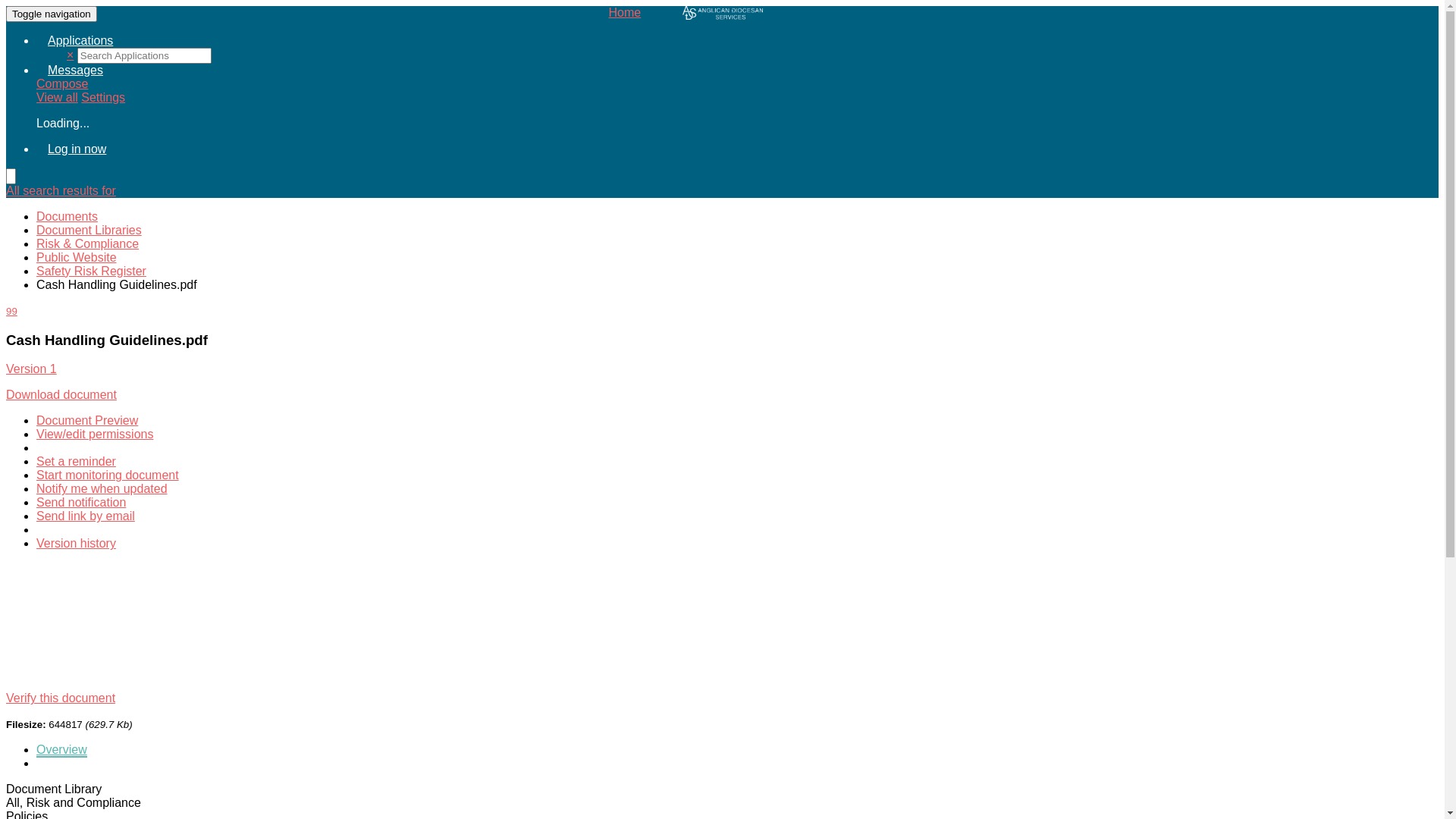 Image resolution: width=1456 pixels, height=819 pixels. Describe the element at coordinates (80, 97) in the screenshot. I see `'Settings'` at that location.